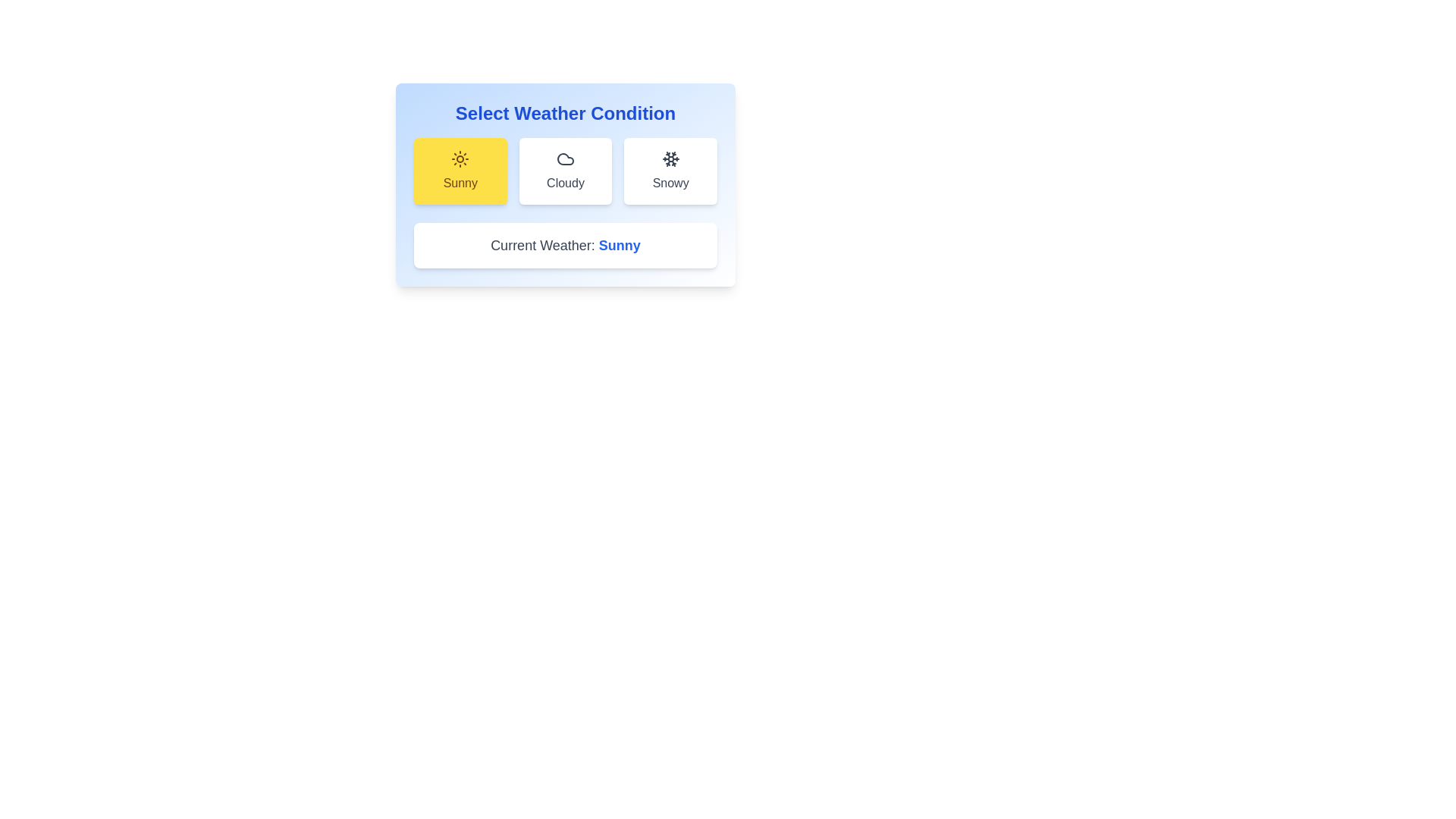 The width and height of the screenshot is (1456, 819). Describe the element at coordinates (670, 158) in the screenshot. I see `the snowy weather icon located to the far right of the three-item horizontal weather selection group` at that location.